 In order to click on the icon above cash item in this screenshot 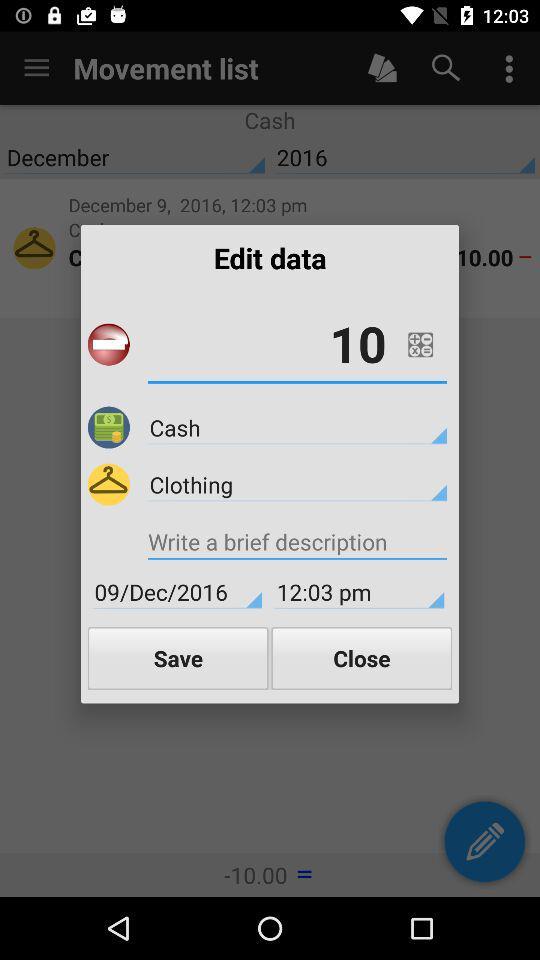, I will do `click(419, 344)`.